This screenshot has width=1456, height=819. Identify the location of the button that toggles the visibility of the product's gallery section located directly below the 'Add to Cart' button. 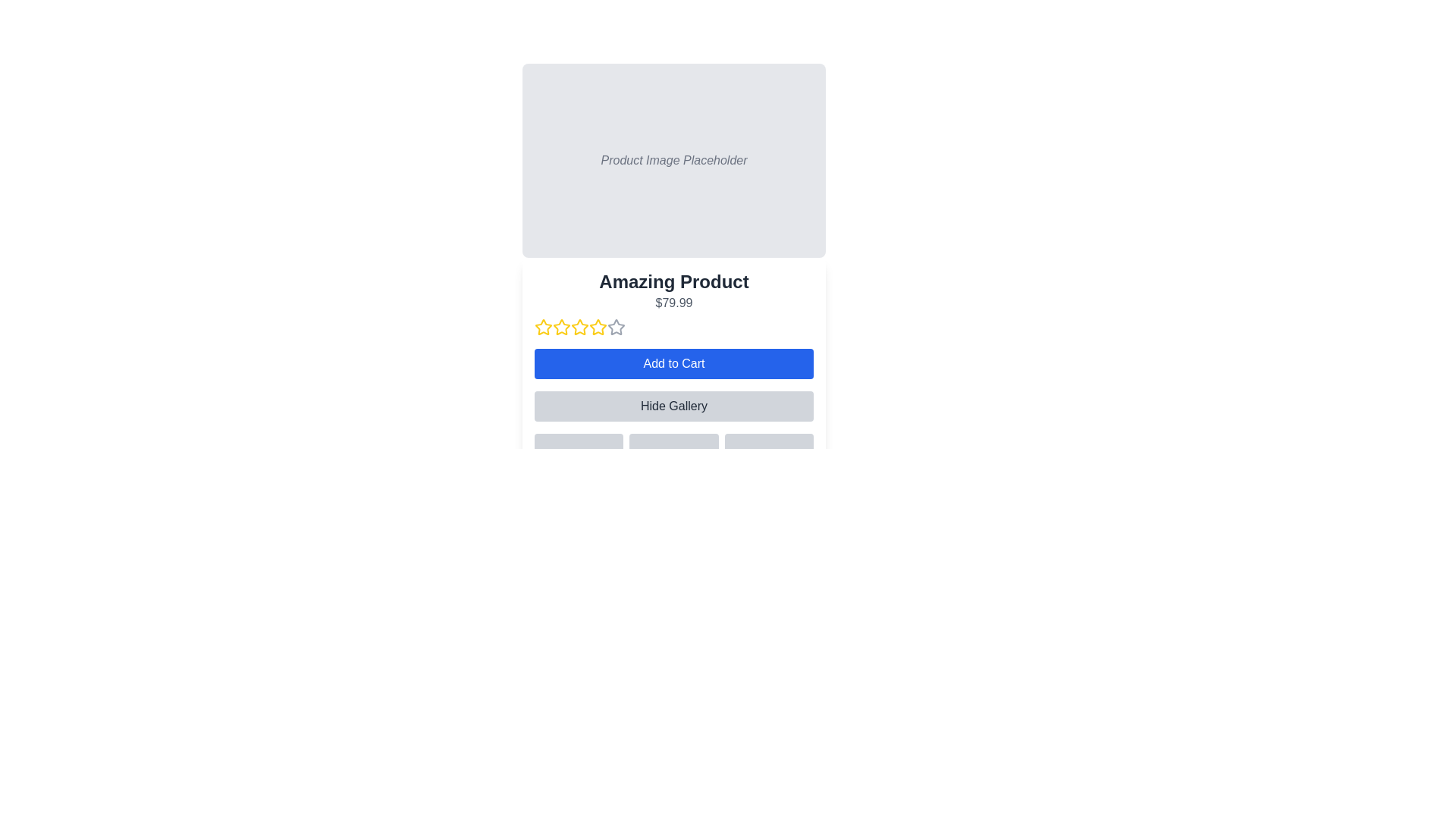
(673, 406).